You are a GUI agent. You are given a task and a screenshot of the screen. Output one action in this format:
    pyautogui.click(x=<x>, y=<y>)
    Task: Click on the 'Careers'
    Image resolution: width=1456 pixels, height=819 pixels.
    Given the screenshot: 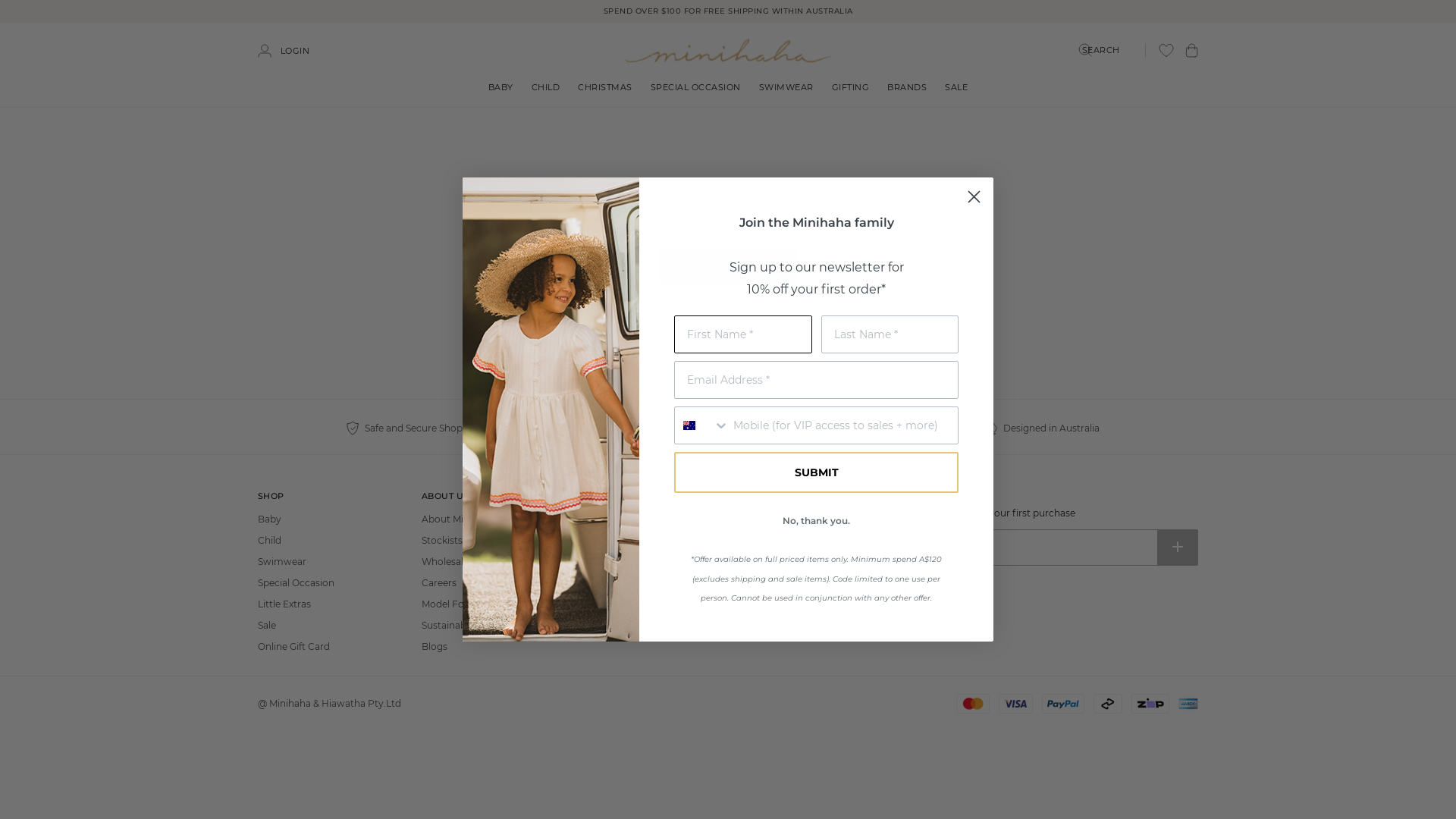 What is the action you would take?
    pyautogui.click(x=438, y=582)
    